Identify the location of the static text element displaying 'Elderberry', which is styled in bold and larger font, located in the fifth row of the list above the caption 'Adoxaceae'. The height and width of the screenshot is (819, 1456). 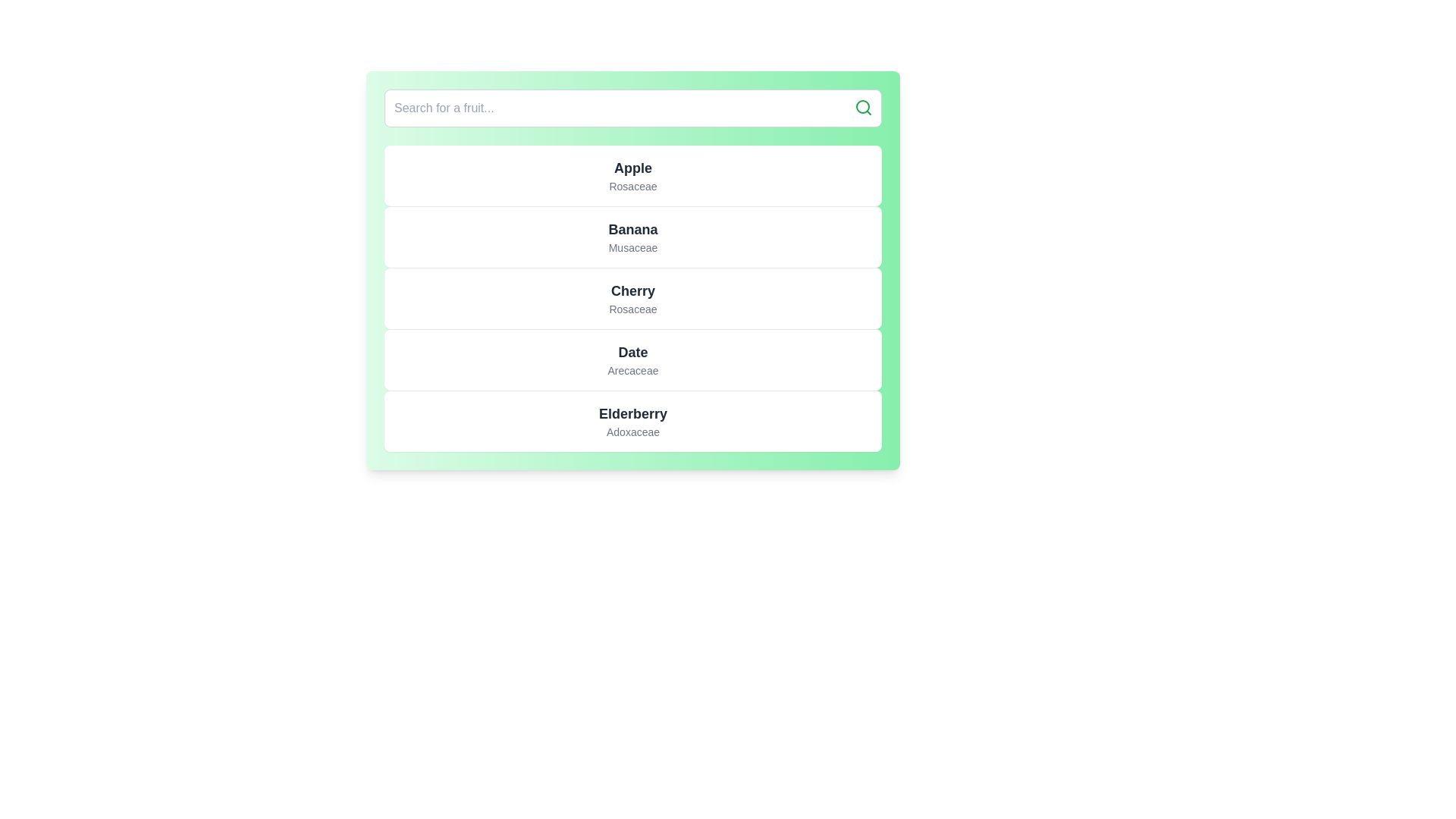
(633, 414).